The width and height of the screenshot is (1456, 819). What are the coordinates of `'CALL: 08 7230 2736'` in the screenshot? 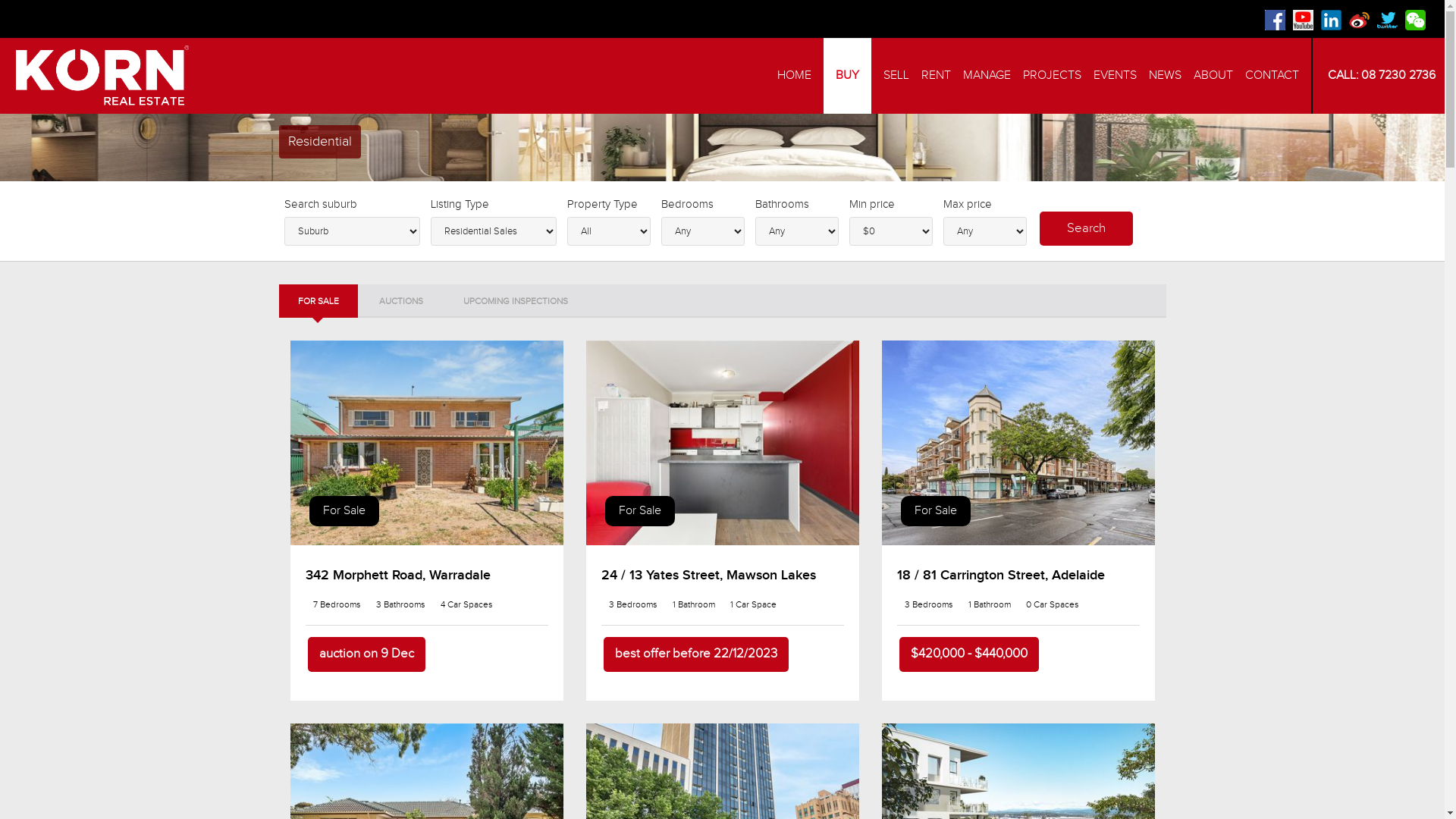 It's located at (1379, 75).